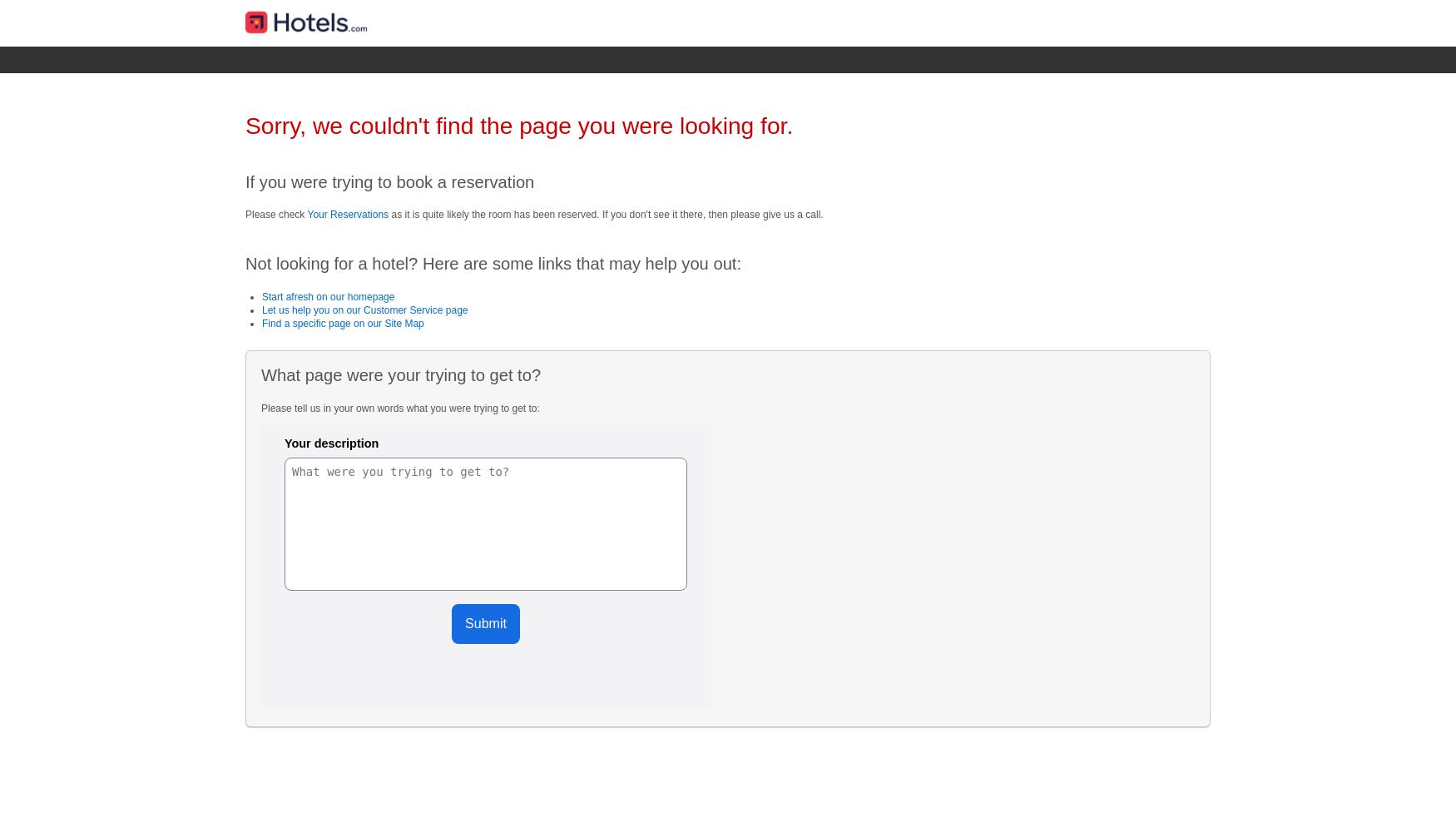 Image resolution: width=1456 pixels, height=832 pixels. I want to click on 'Your Reservations', so click(347, 214).